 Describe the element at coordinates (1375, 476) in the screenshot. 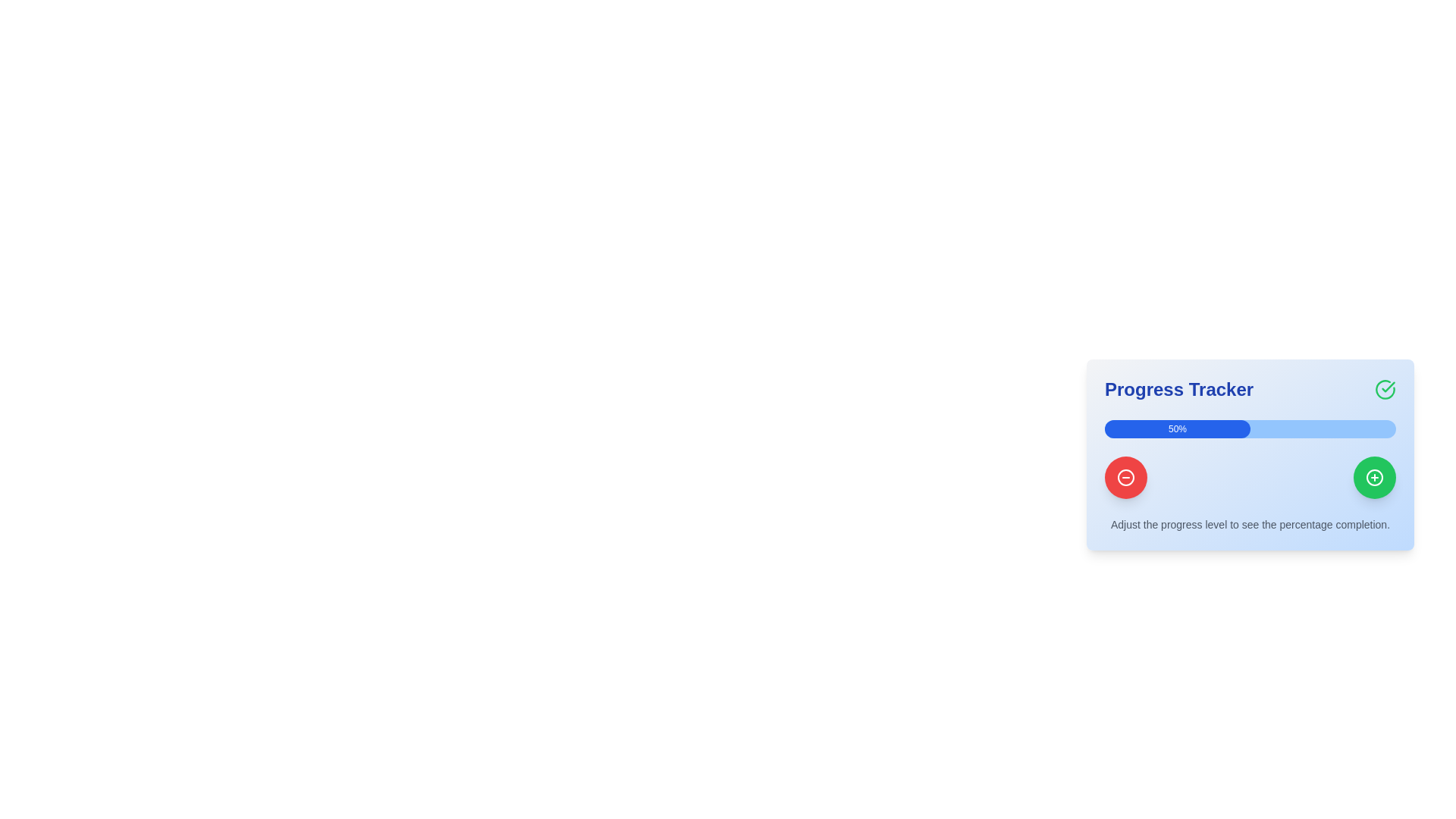

I see `the circular vector graphic with a green outline and white center, which is part of the '+' icon located at the bottom-right corner of the 'Progress Tracker' card` at that location.